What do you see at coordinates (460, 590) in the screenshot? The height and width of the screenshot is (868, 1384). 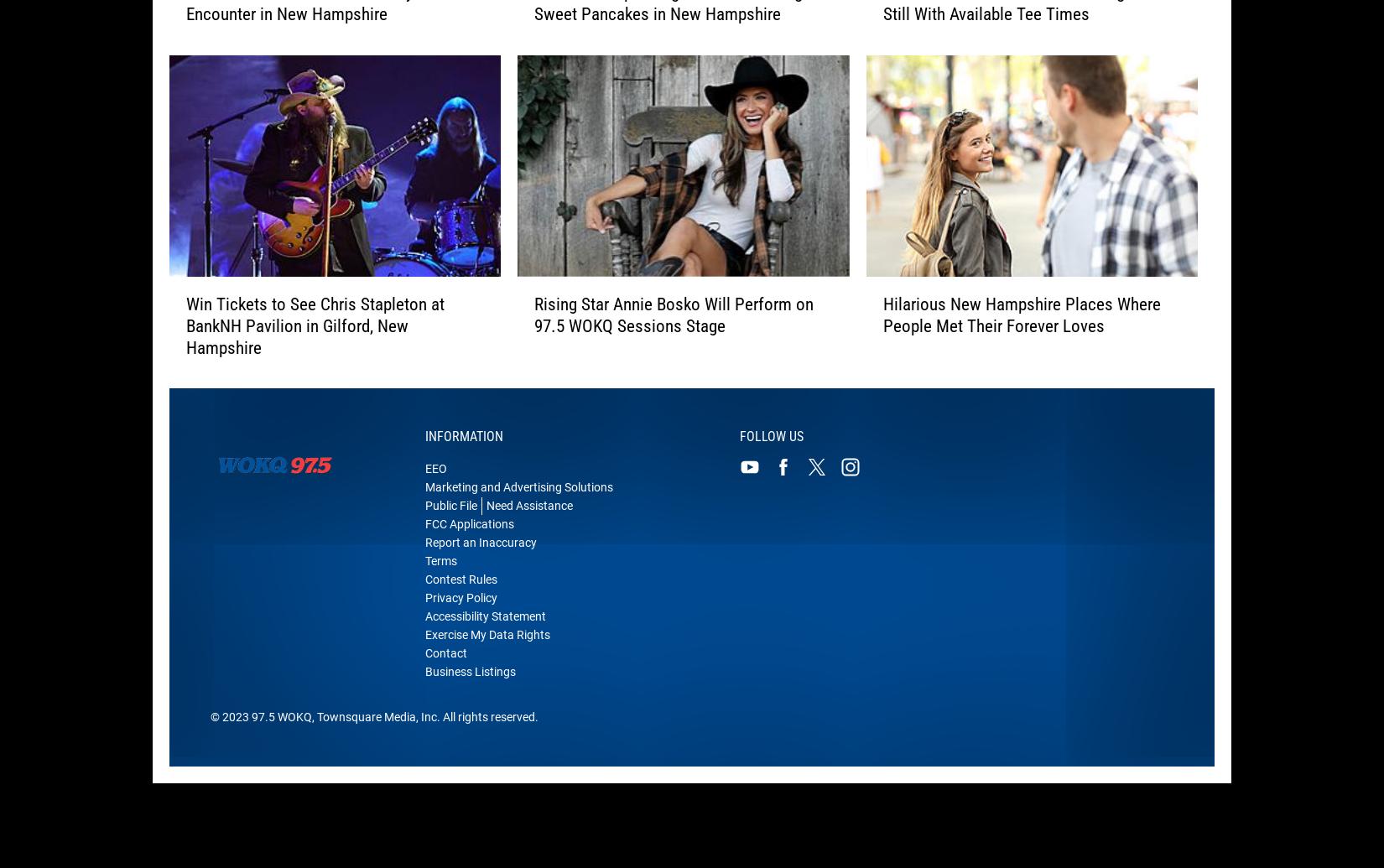 I see `'Contest Rules'` at bounding box center [460, 590].